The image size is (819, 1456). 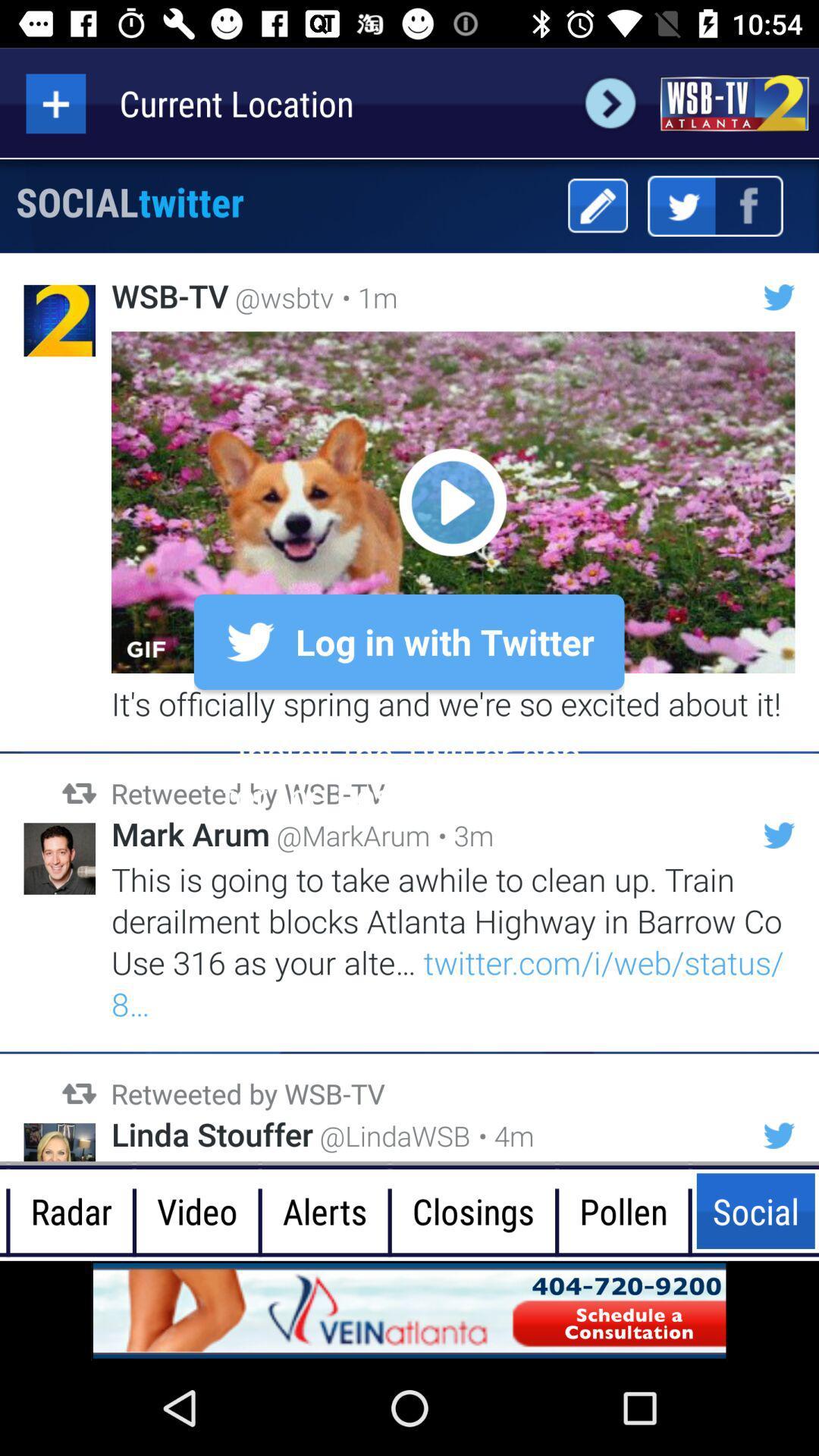 I want to click on open advertisements, so click(x=409, y=1310).